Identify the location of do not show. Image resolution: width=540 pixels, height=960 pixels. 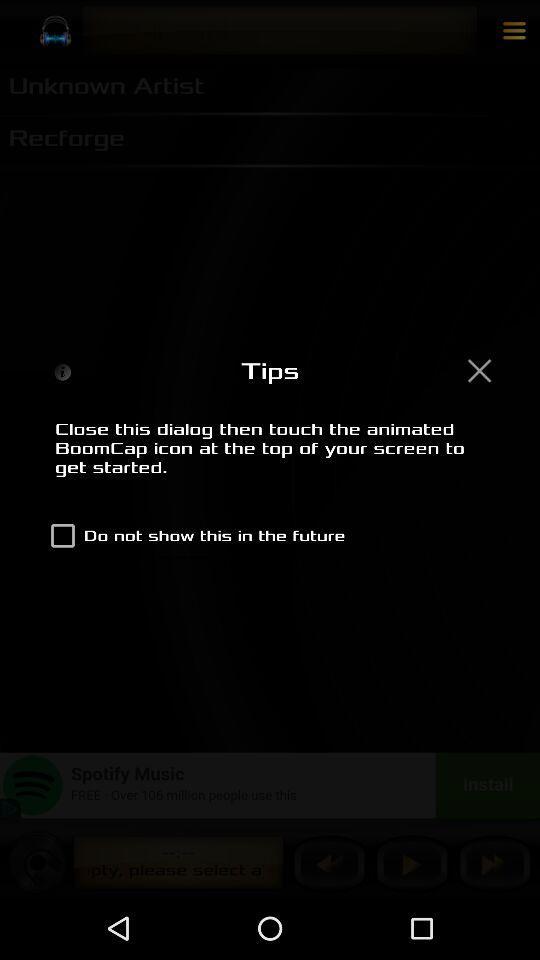
(193, 534).